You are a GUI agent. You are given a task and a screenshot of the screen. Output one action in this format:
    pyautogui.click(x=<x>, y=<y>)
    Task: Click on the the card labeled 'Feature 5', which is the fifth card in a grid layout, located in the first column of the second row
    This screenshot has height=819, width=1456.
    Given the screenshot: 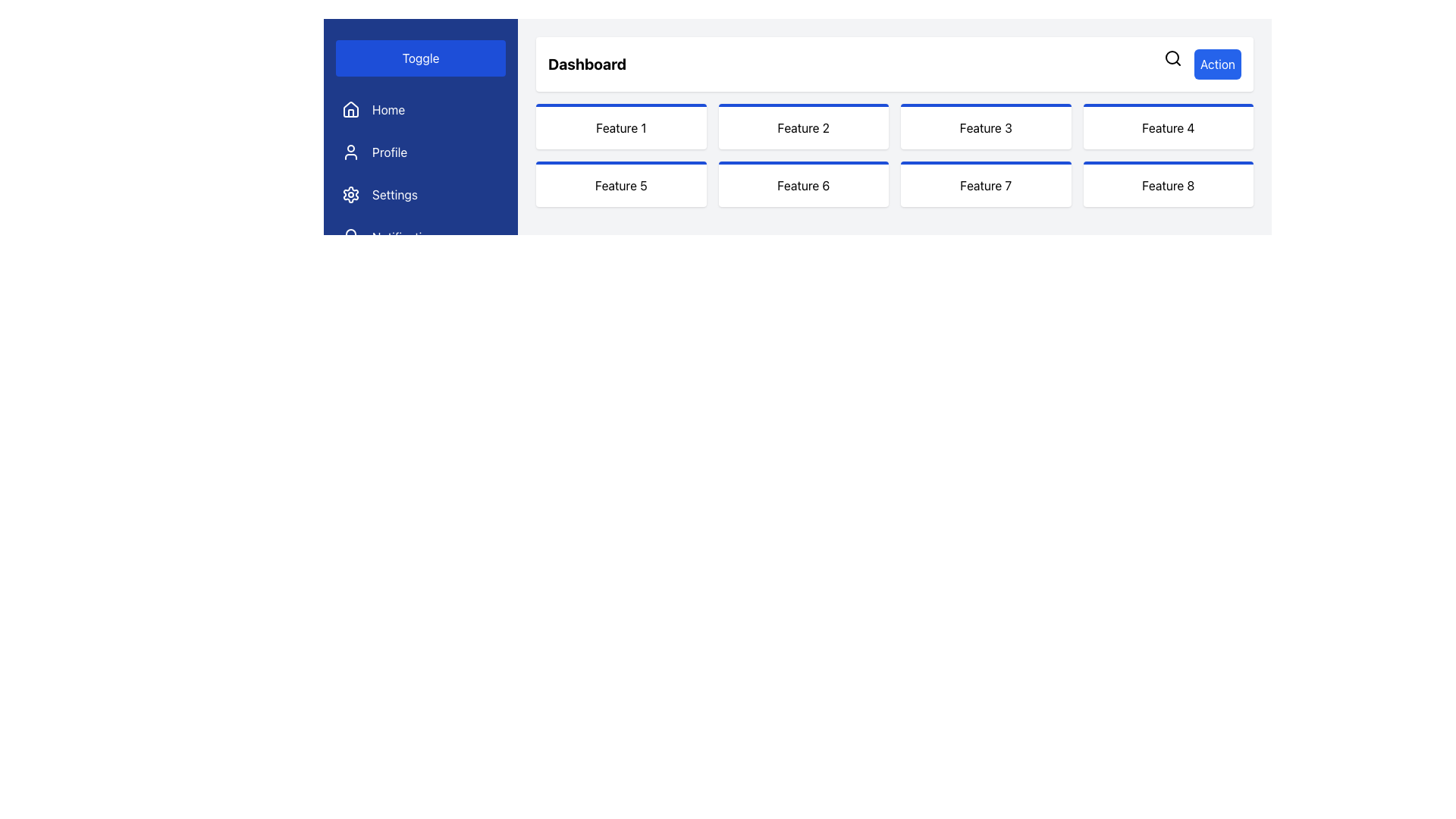 What is the action you would take?
    pyautogui.click(x=621, y=184)
    